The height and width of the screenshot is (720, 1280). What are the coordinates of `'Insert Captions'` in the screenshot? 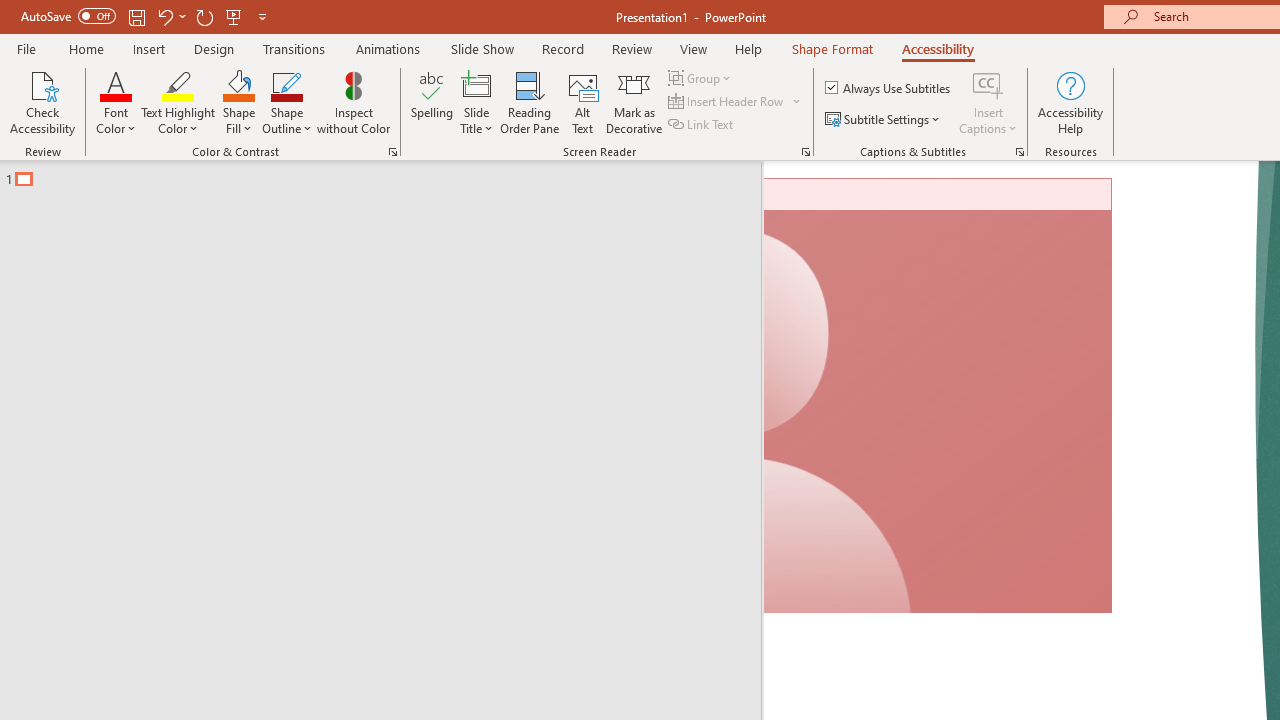 It's located at (988, 84).